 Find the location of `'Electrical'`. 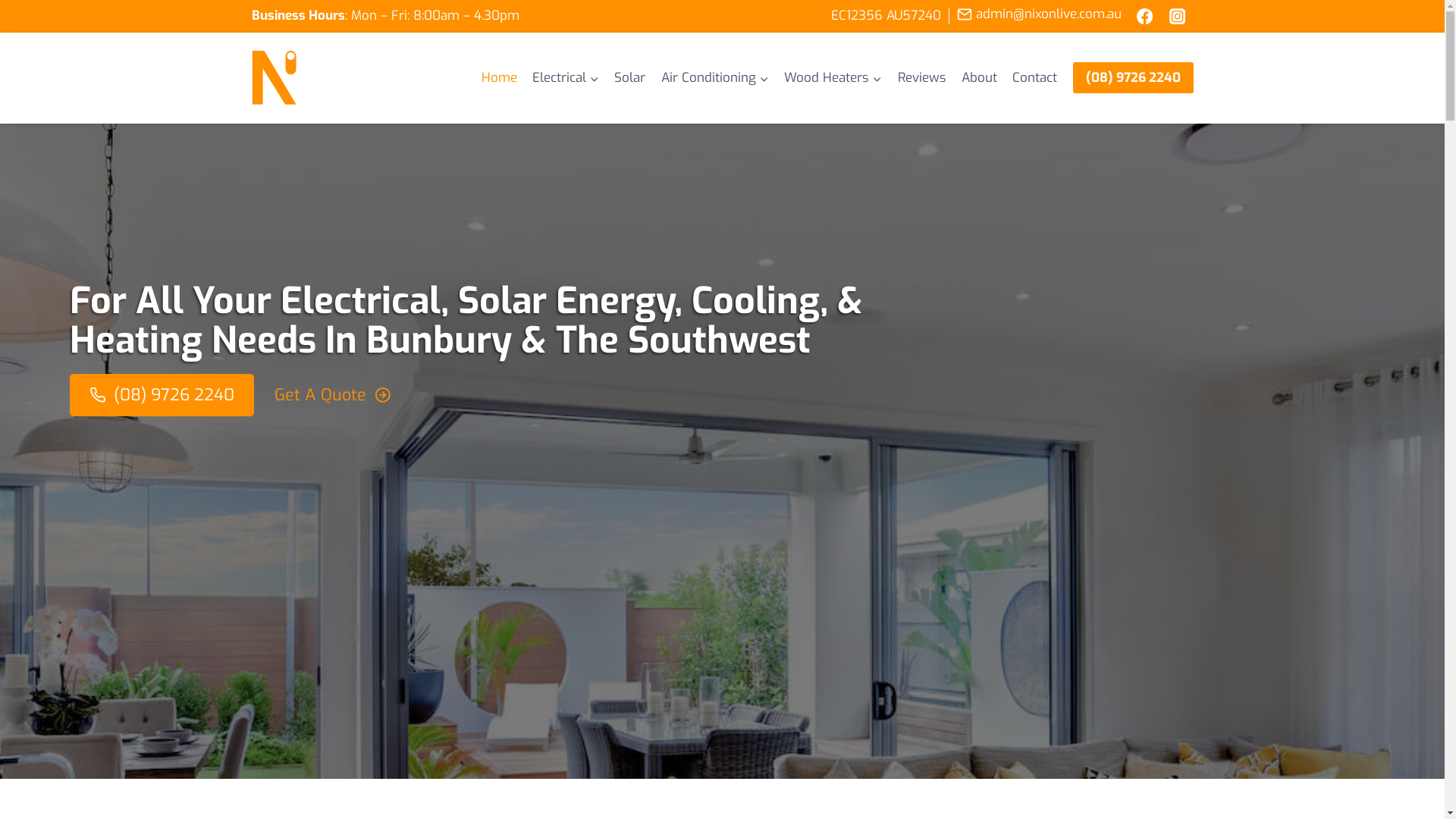

'Electrical' is located at coordinates (564, 77).